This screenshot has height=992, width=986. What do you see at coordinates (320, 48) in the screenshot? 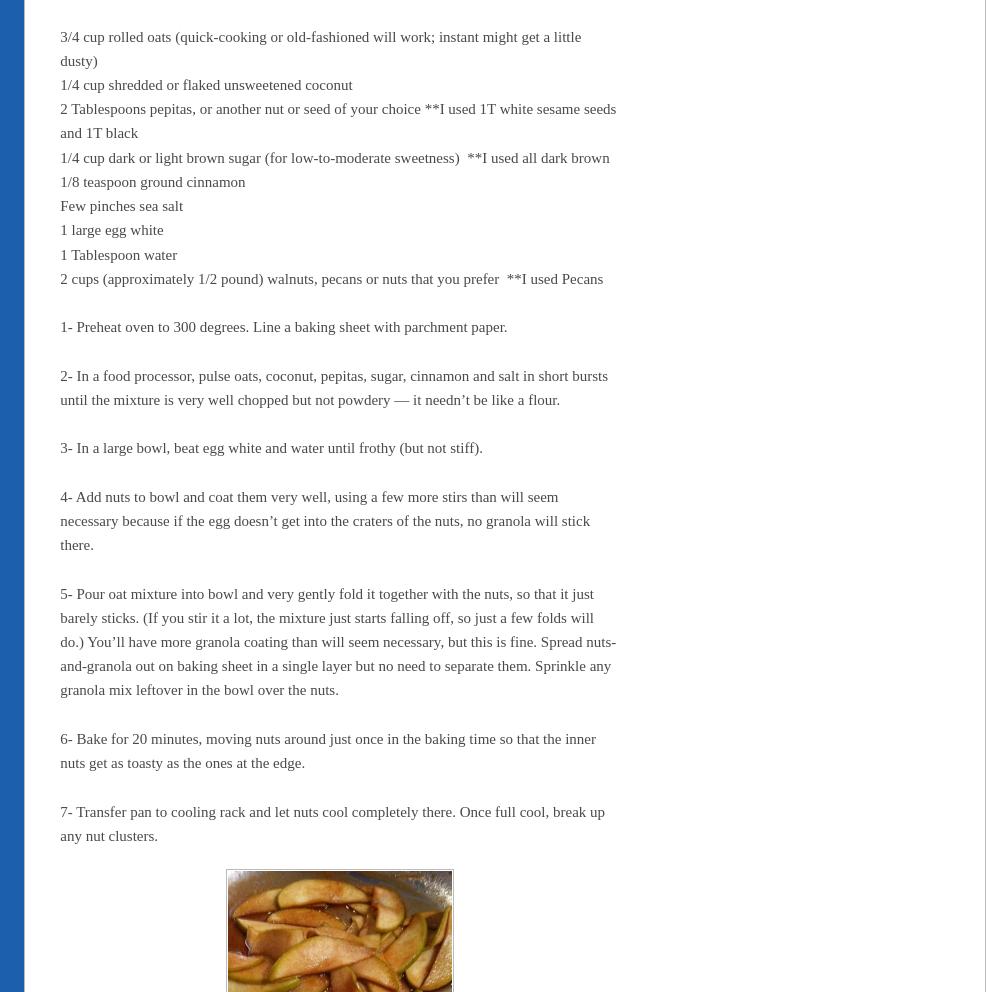
I see `'3/4 cup rolled oats (quick-cooking or old-fashioned will work; instant might get a little dusty)'` at bounding box center [320, 48].